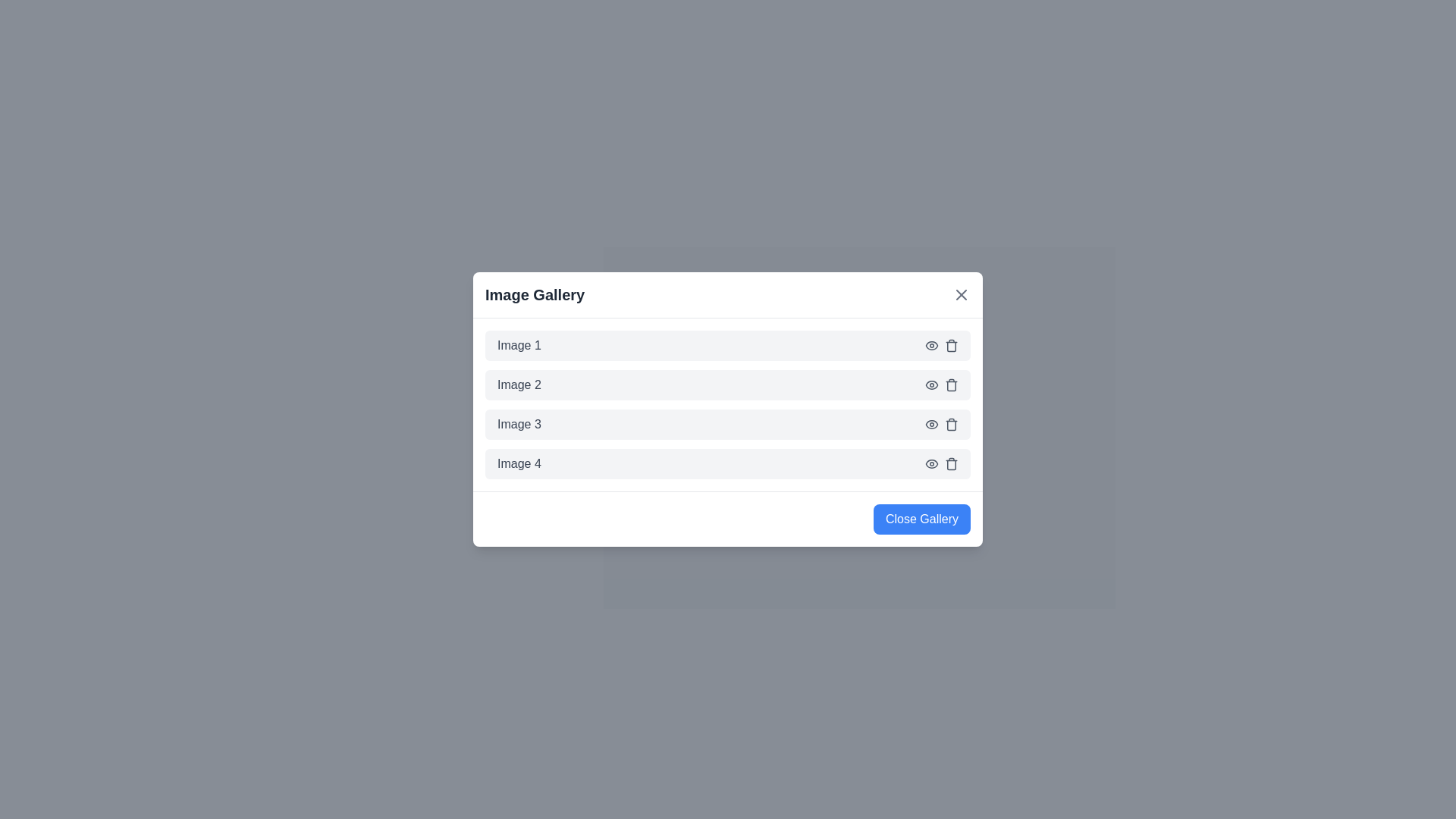 The image size is (1456, 819). I want to click on the delete button for 'Image 3', so click(950, 424).